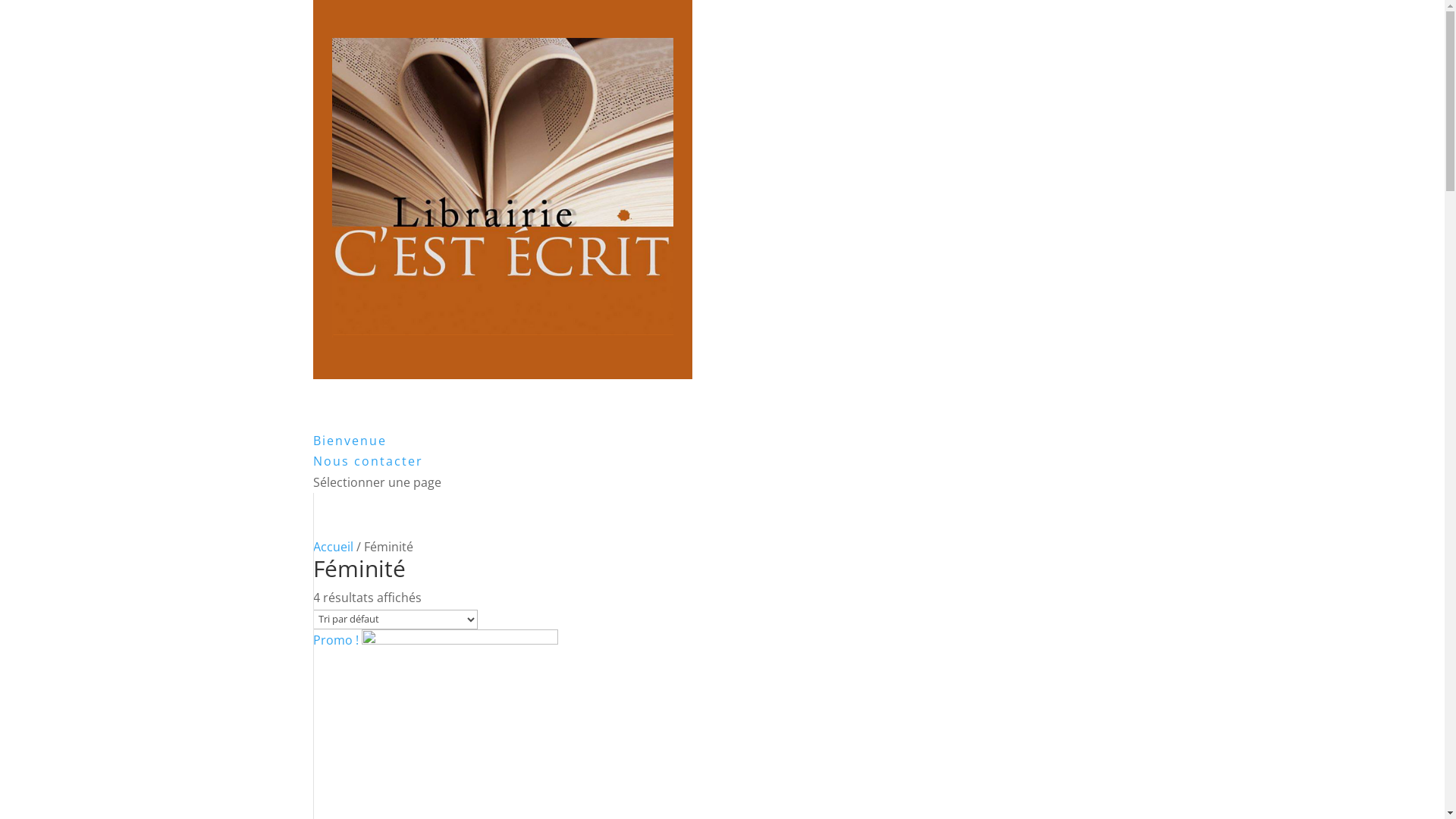 The image size is (1456, 819). What do you see at coordinates (348, 462) in the screenshot?
I see `'Bienvenue'` at bounding box center [348, 462].